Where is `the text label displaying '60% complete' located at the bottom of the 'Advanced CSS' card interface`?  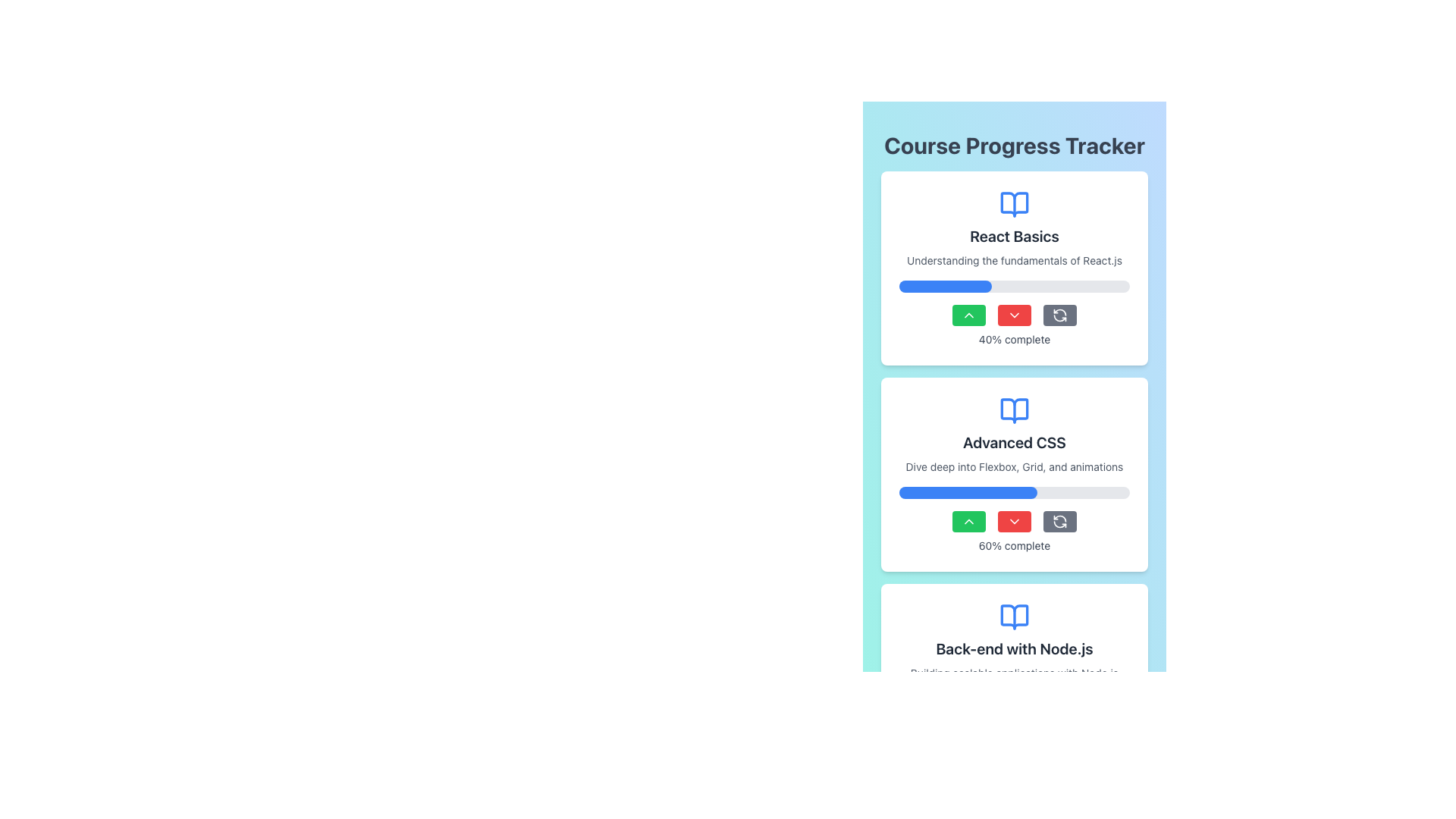
the text label displaying '60% complete' located at the bottom of the 'Advanced CSS' card interface is located at coordinates (1015, 546).